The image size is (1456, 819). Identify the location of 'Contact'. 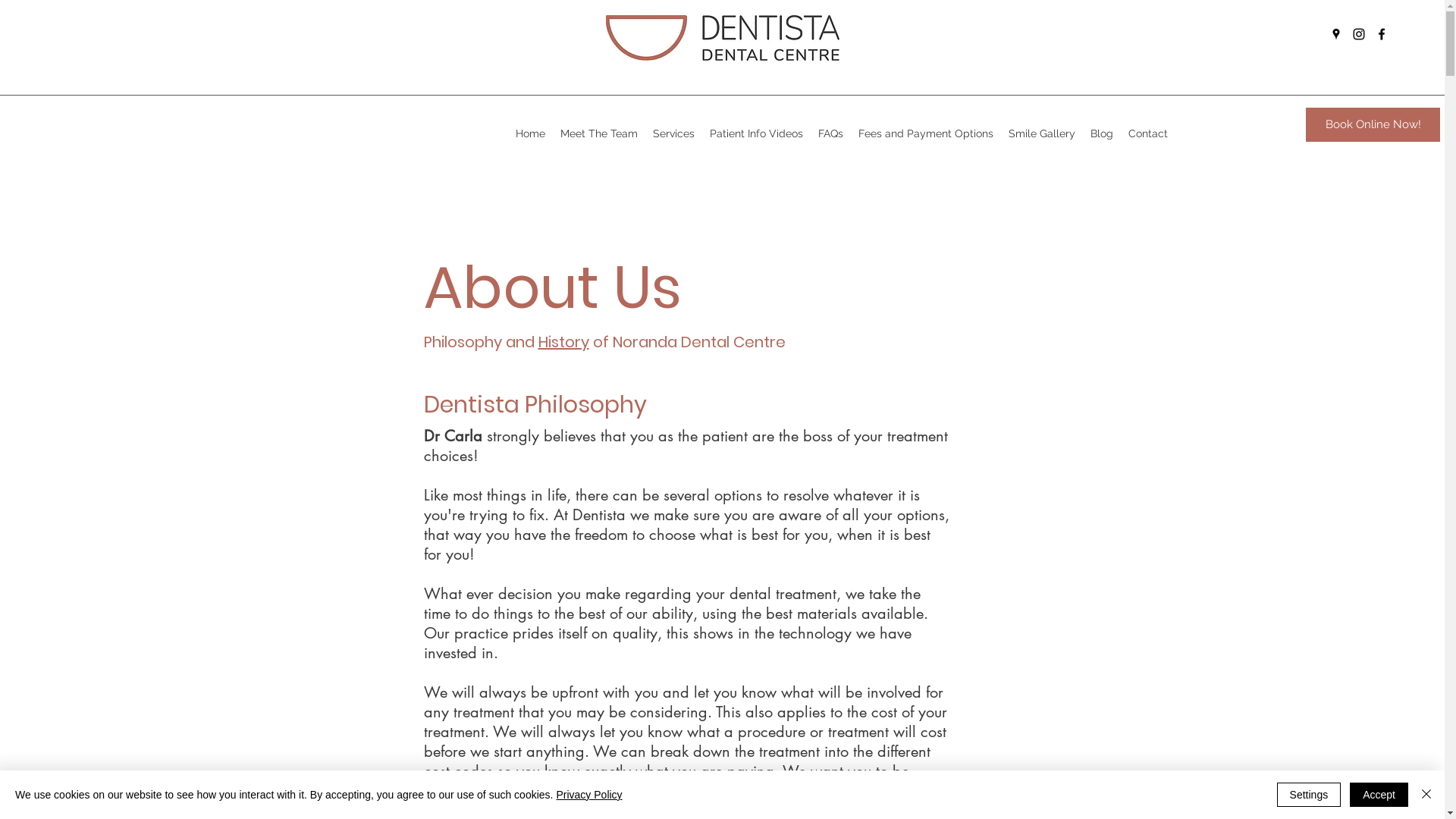
(1147, 133).